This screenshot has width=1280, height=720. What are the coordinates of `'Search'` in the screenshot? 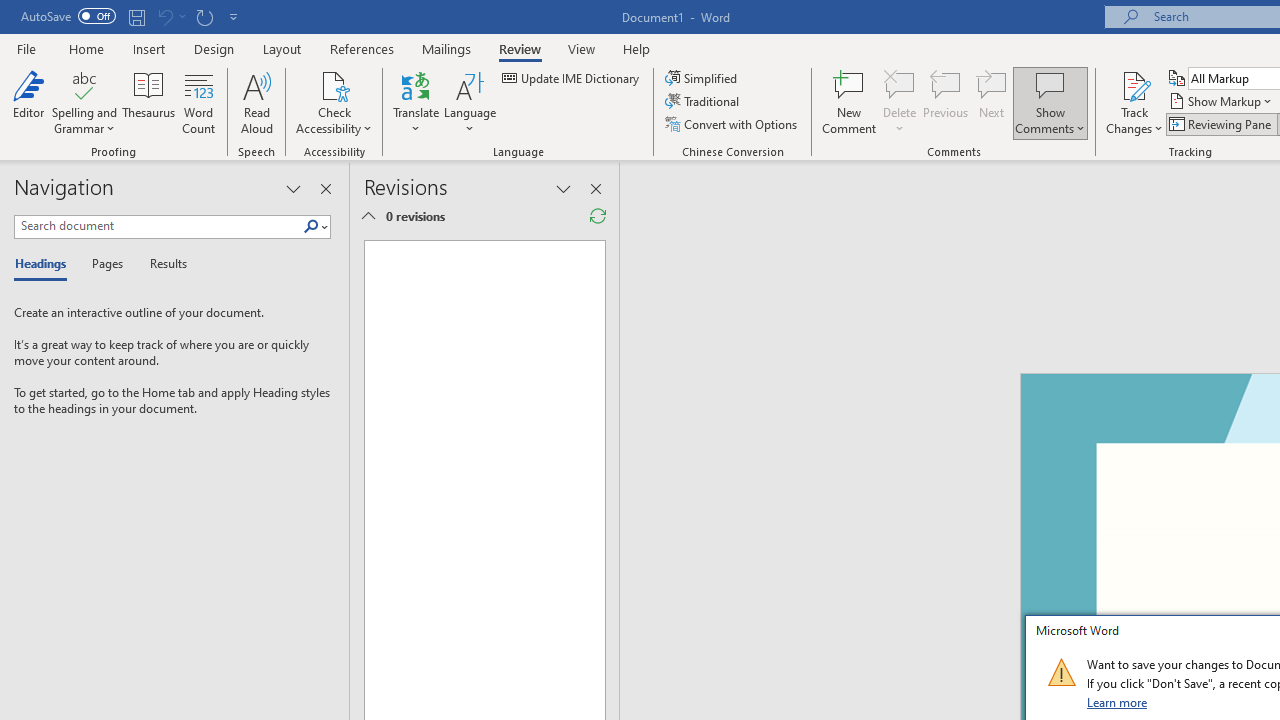 It's located at (310, 226).